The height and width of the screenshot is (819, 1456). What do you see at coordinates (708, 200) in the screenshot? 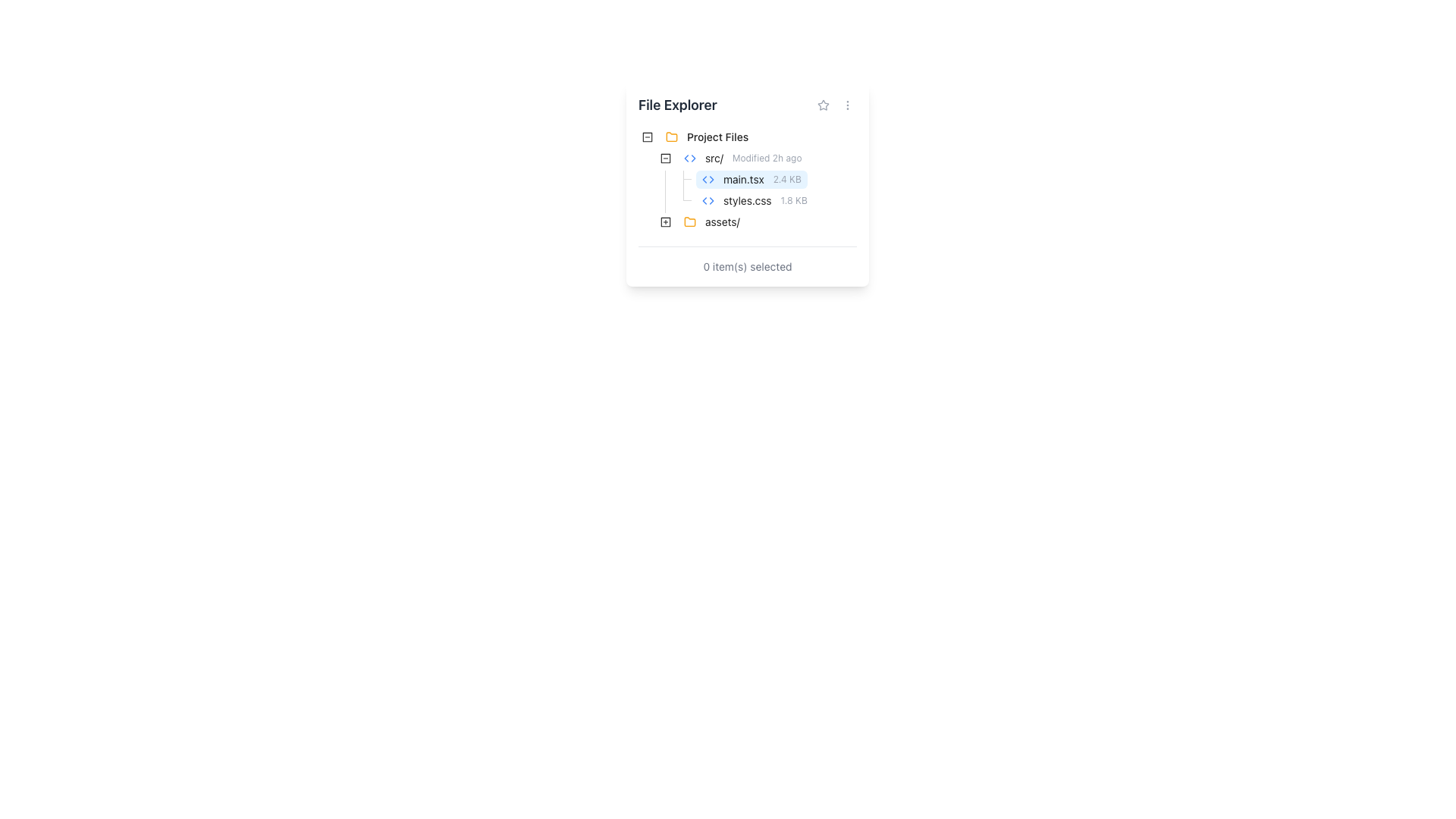
I see `the icon indicating the 'styles.css' file in the file explorer interface, which is positioned immediately to the left of the file name and file size text` at bounding box center [708, 200].